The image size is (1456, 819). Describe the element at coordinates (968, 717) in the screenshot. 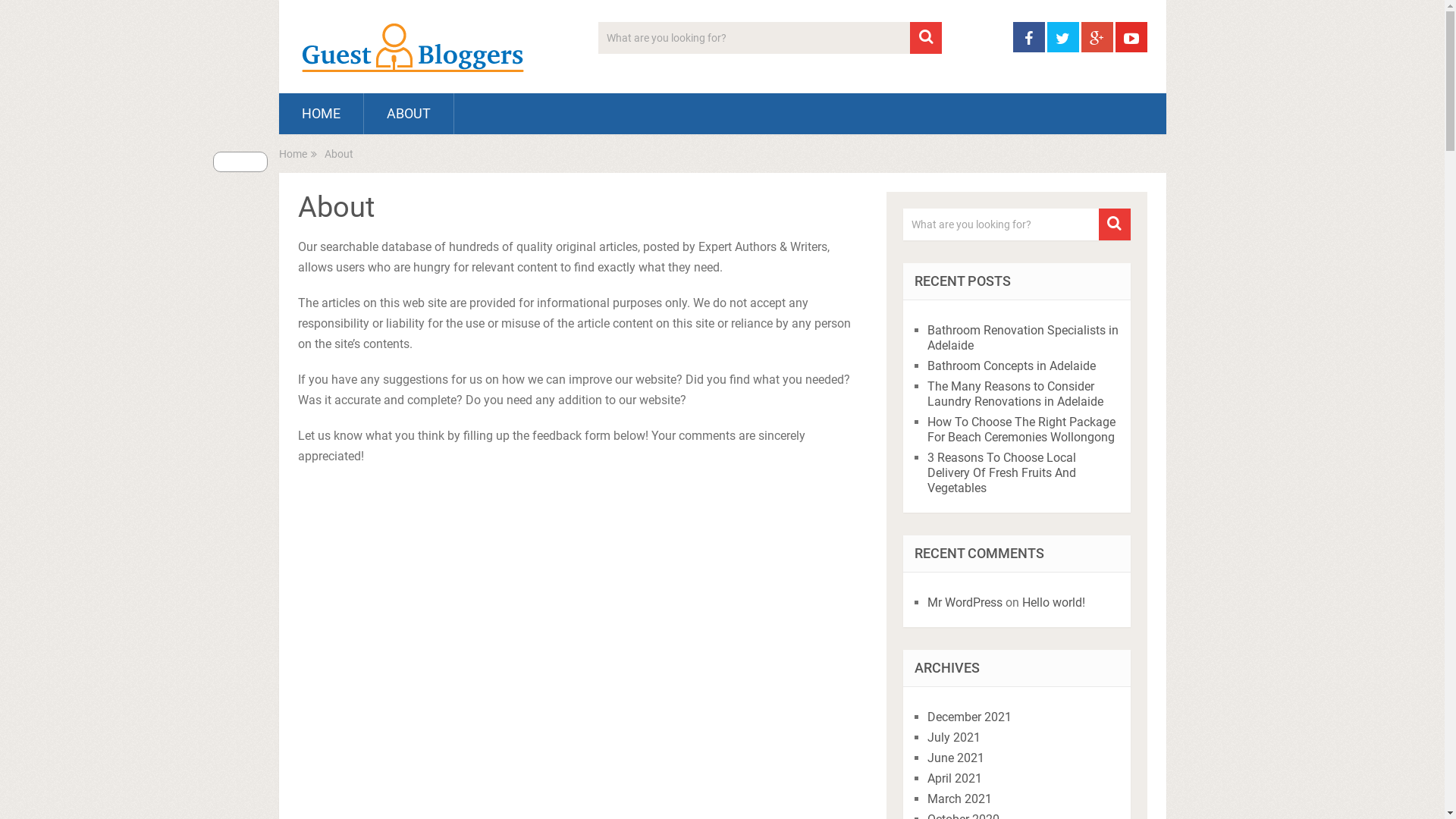

I see `'December 2021'` at that location.